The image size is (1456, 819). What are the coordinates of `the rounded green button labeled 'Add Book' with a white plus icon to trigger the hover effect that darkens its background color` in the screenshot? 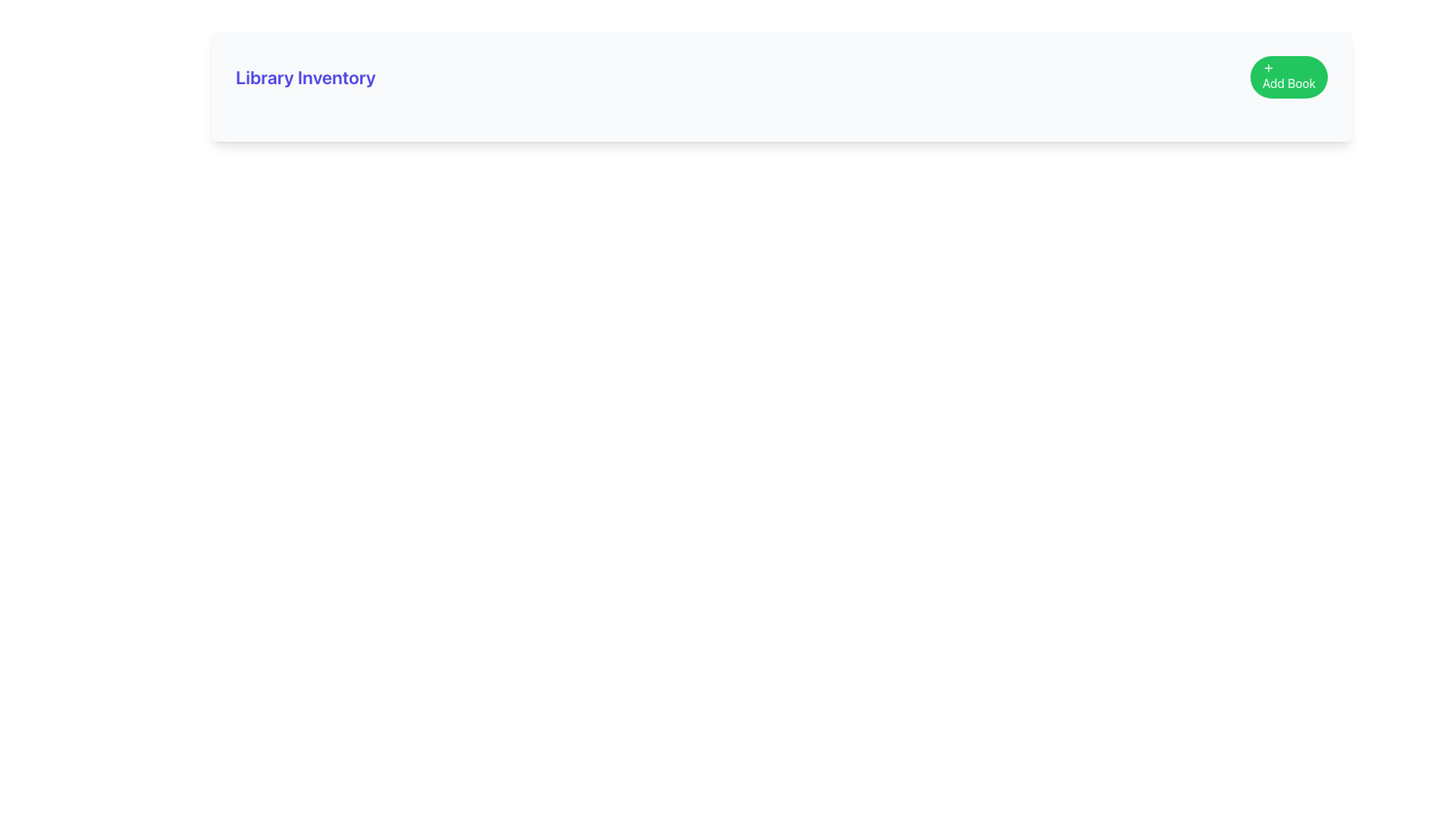 It's located at (1288, 77).